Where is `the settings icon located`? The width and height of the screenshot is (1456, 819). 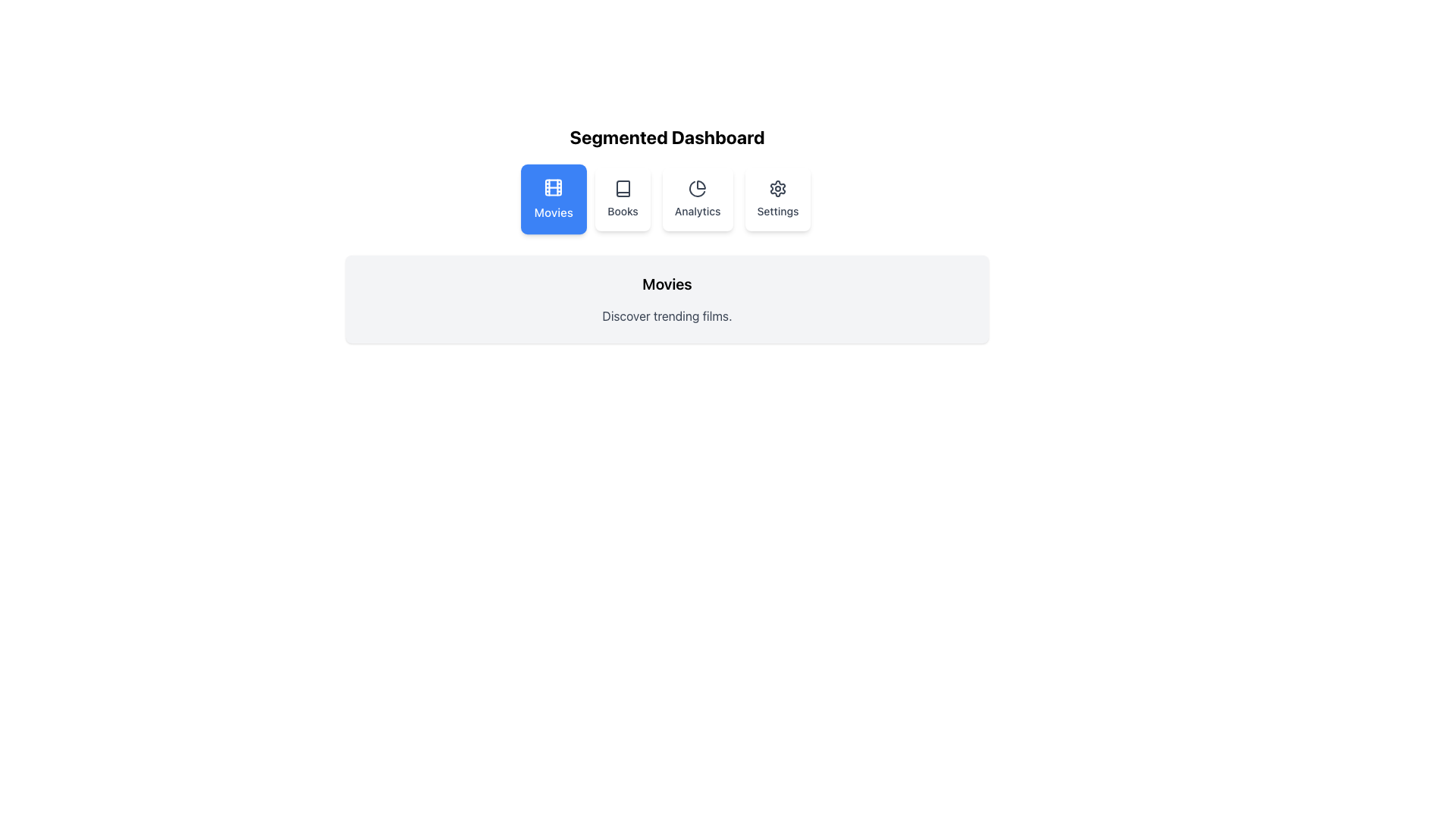 the settings icon located is located at coordinates (778, 188).